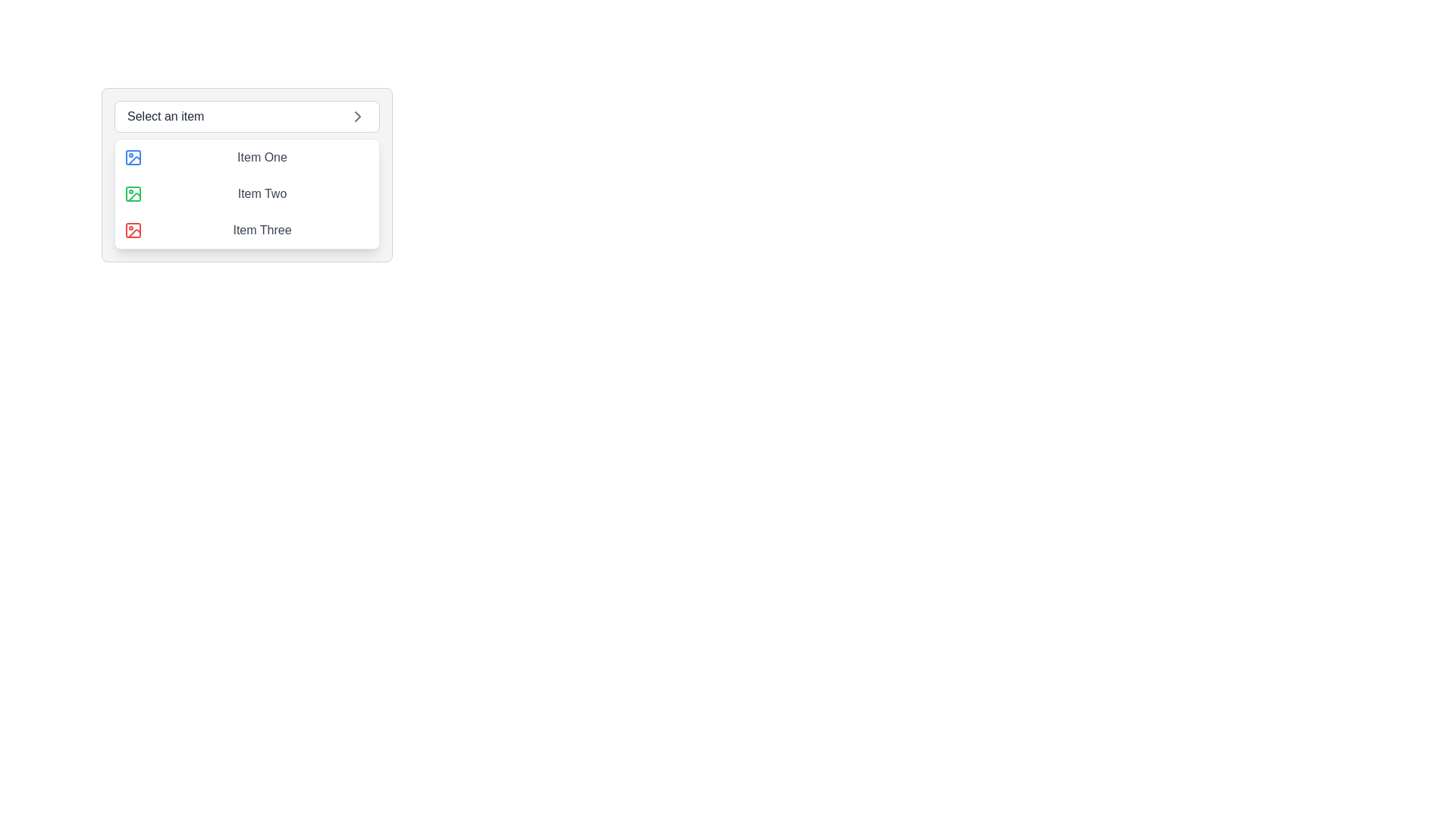 The height and width of the screenshot is (819, 1456). What do you see at coordinates (133, 193) in the screenshot?
I see `the green outlined square with rounded corners that resembles a photograph or image icon, located on the left side of the second item in the dropdown list` at bounding box center [133, 193].